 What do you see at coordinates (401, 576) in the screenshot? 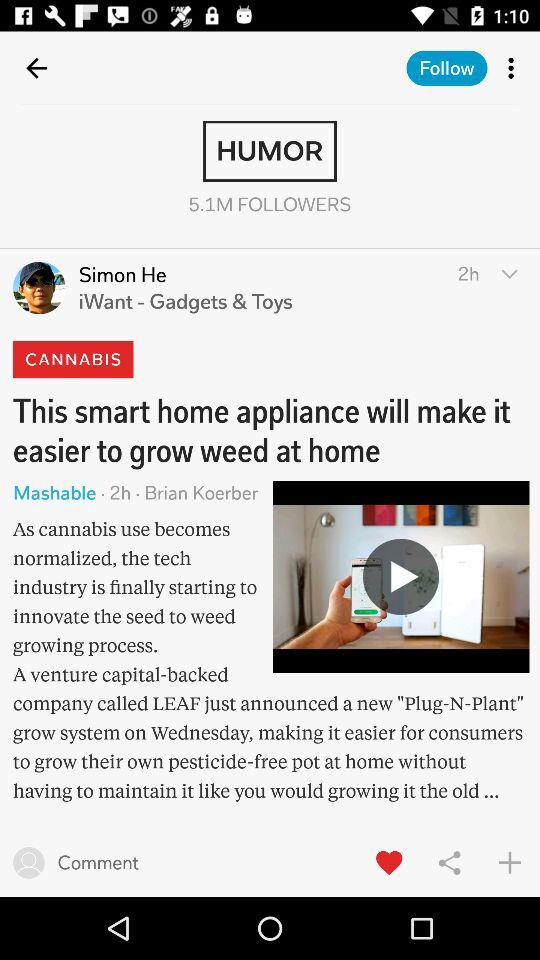
I see `the play icon` at bounding box center [401, 576].